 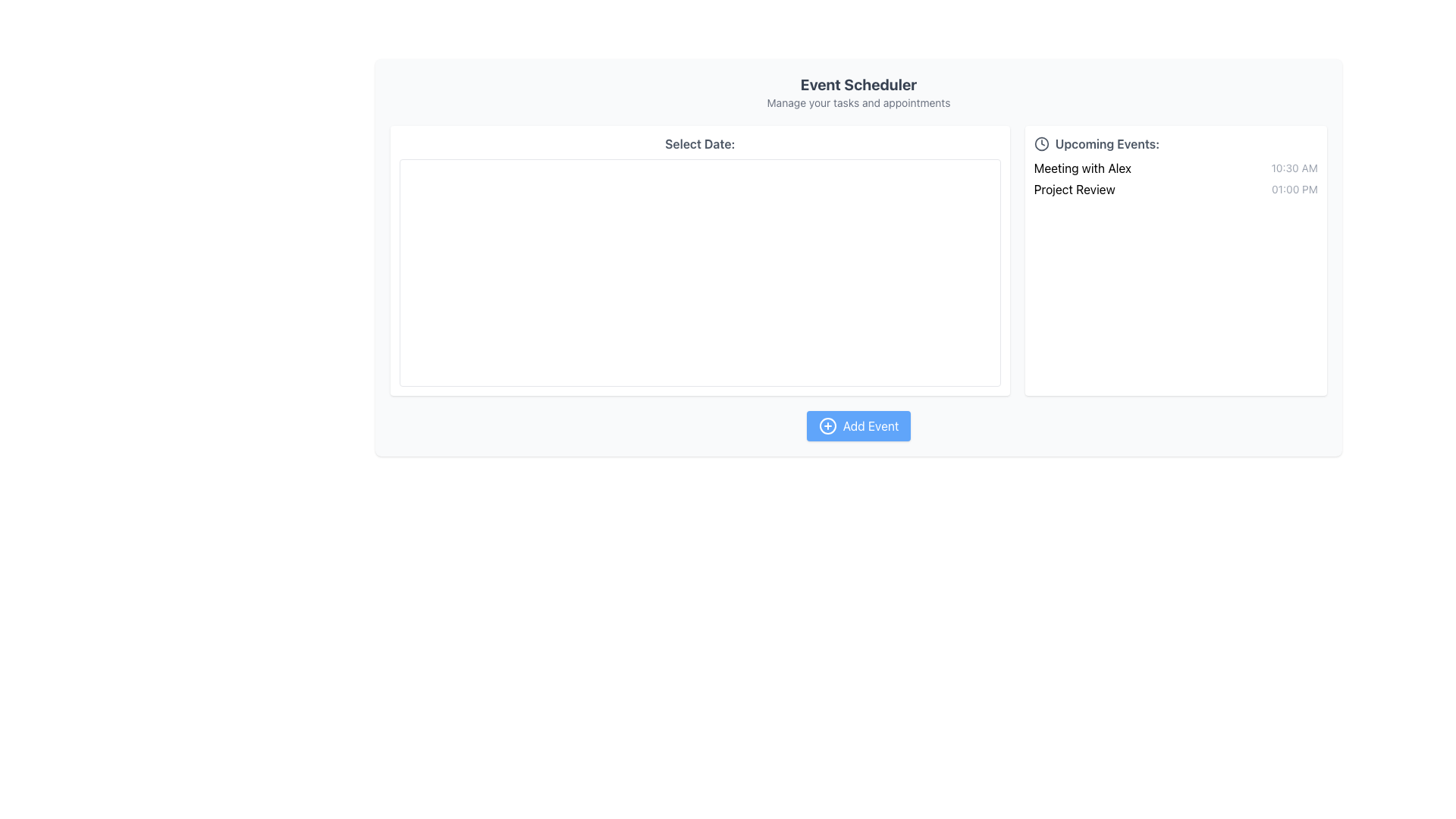 What do you see at coordinates (827, 426) in the screenshot?
I see `the small circular icon with a plus symbol, located within the 'Add Event' button, positioned to the left of the 'Add Event' text` at bounding box center [827, 426].